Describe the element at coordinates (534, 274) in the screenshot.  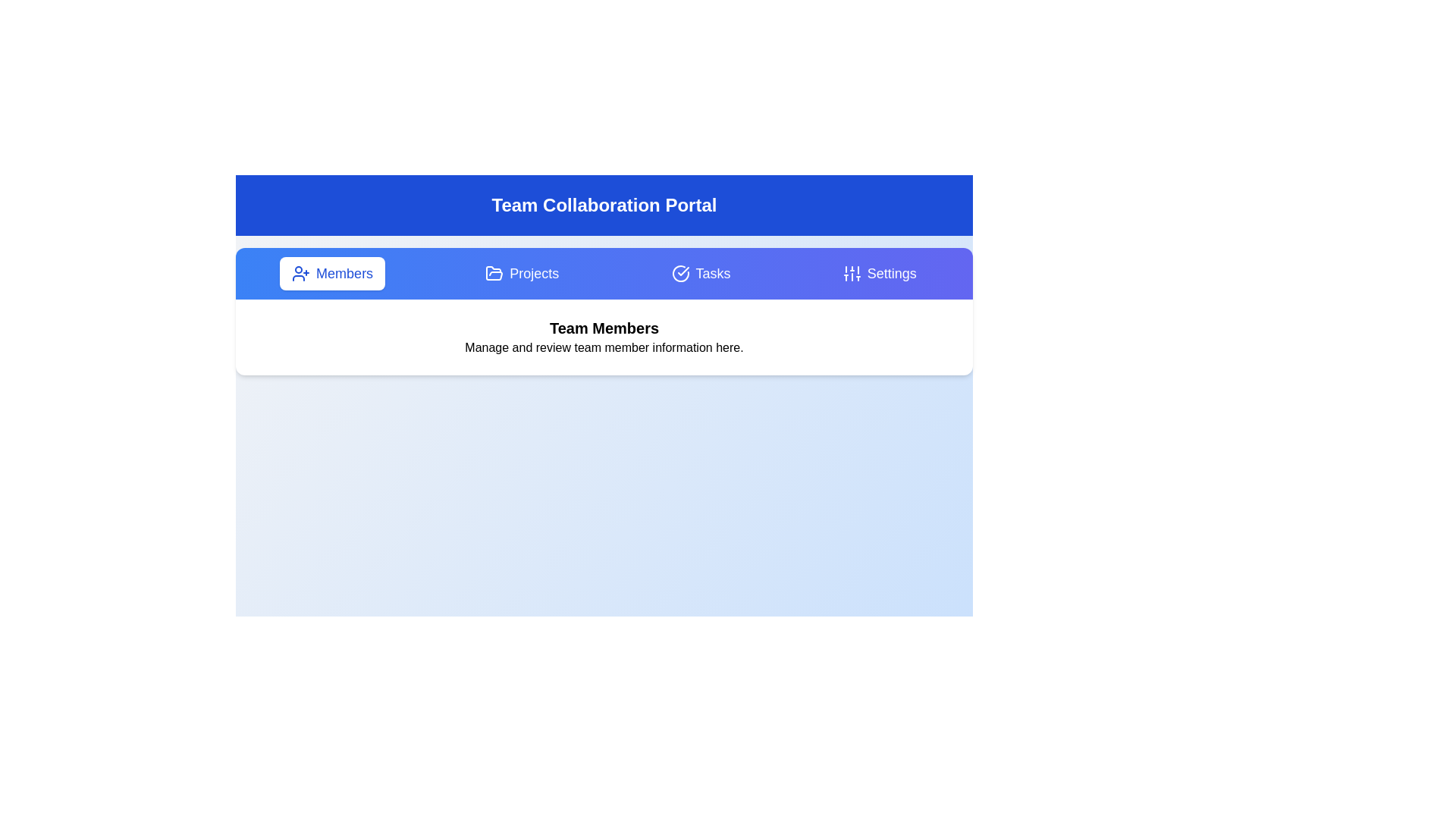
I see `the 'Projects' navigation item in the top horizontal menu` at that location.